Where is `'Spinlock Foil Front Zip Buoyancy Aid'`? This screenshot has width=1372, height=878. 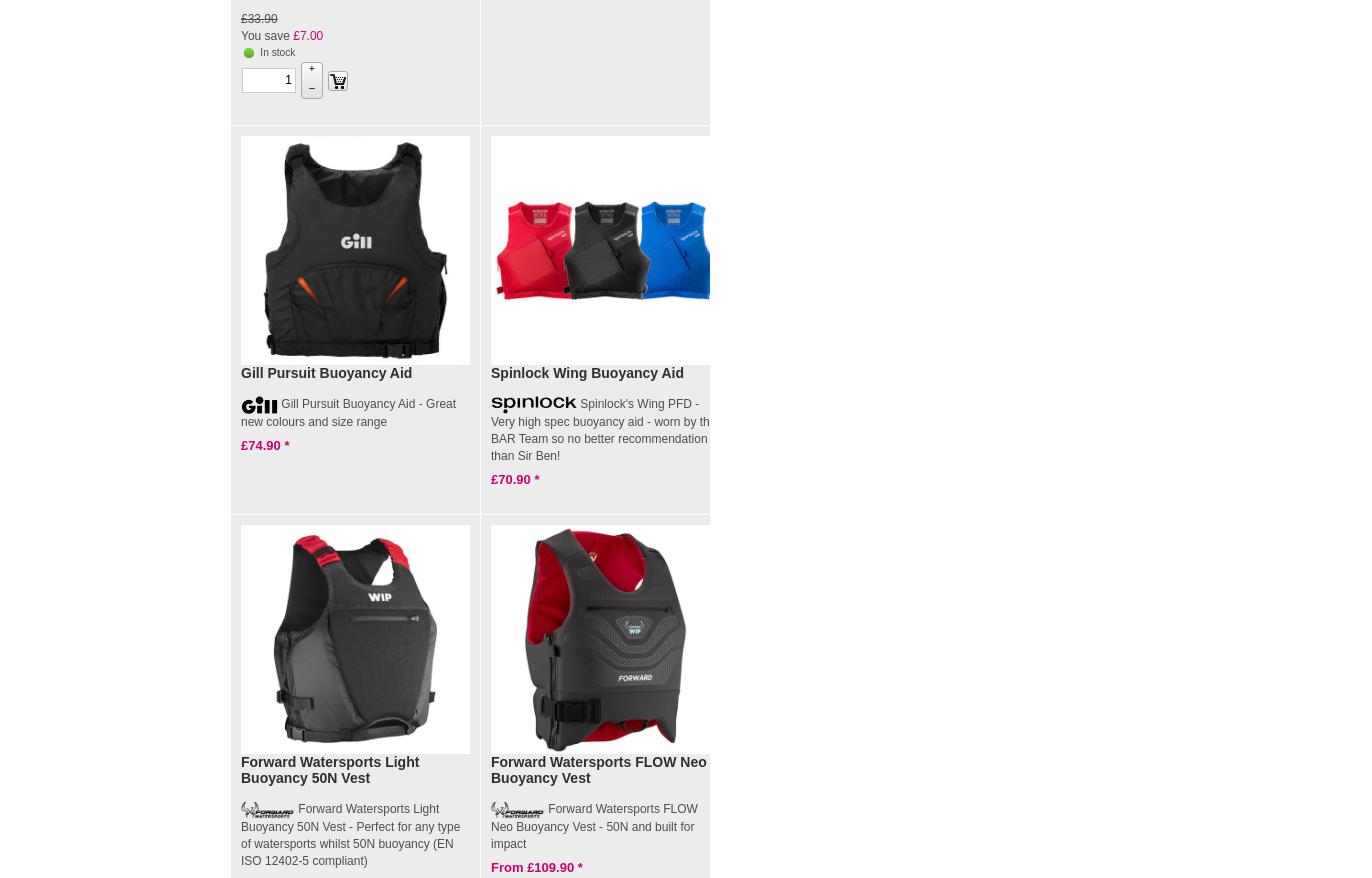
'Spinlock Foil Front Zip Buoyancy Aid' is located at coordinates (852, 379).